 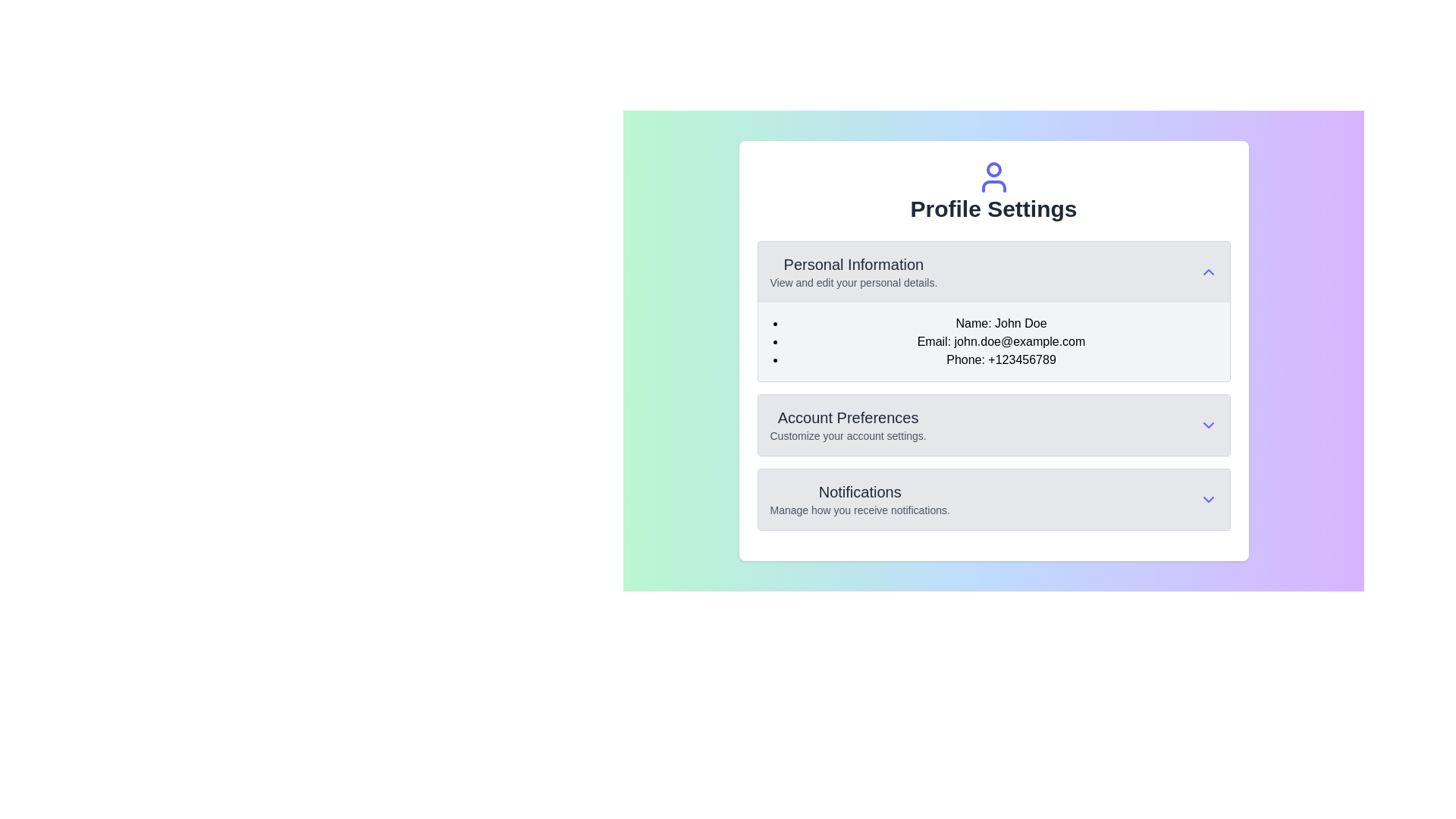 What do you see at coordinates (1001, 359) in the screenshot?
I see `the static text element displaying 'Phone: +123456789' in the 'Personal Information' section of the 'Profile Settings' page, which is the third item in the bulleted list` at bounding box center [1001, 359].